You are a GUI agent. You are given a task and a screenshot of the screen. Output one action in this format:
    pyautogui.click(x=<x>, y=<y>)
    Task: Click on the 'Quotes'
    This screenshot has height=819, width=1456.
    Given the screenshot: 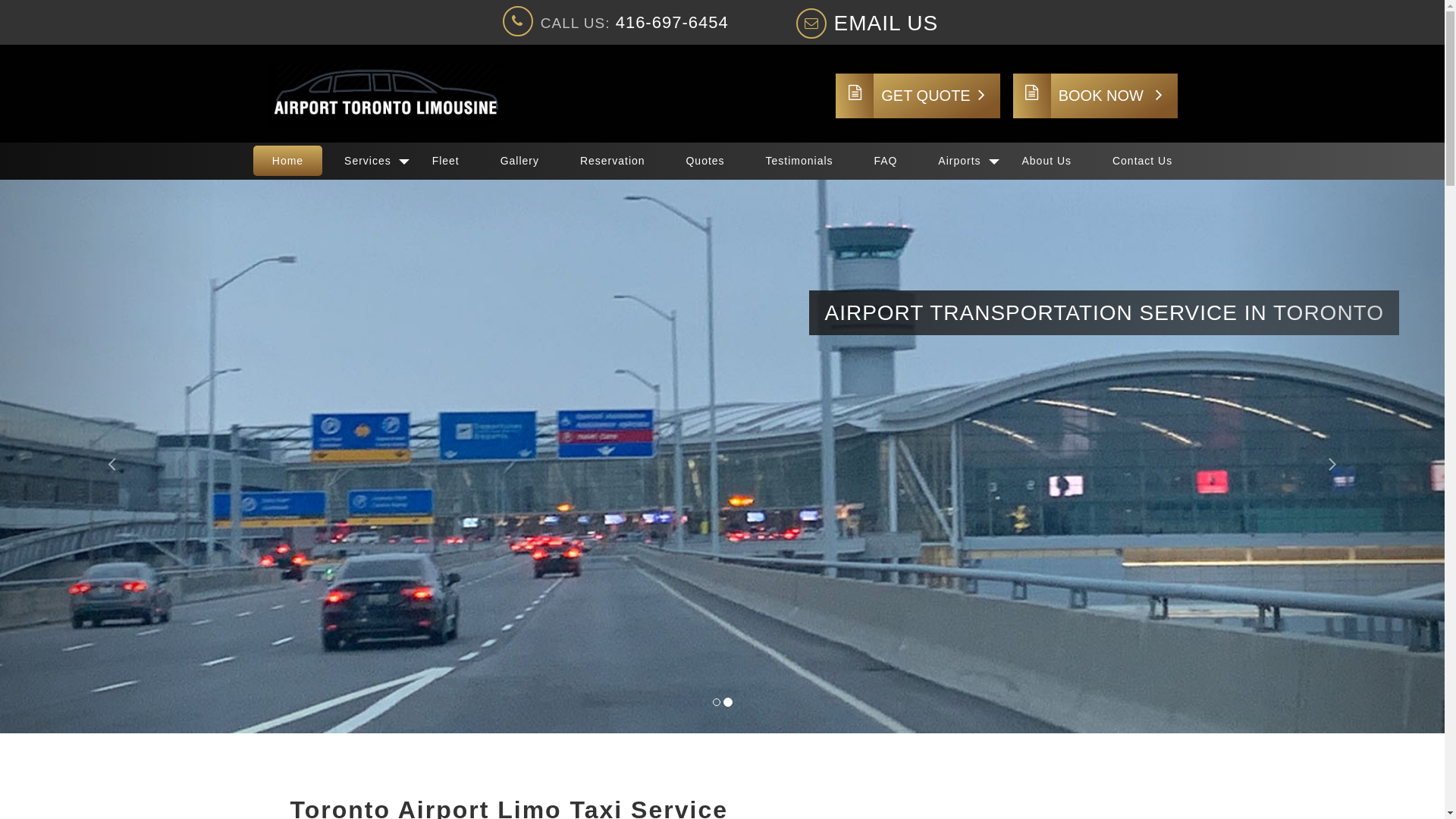 What is the action you would take?
    pyautogui.click(x=704, y=161)
    